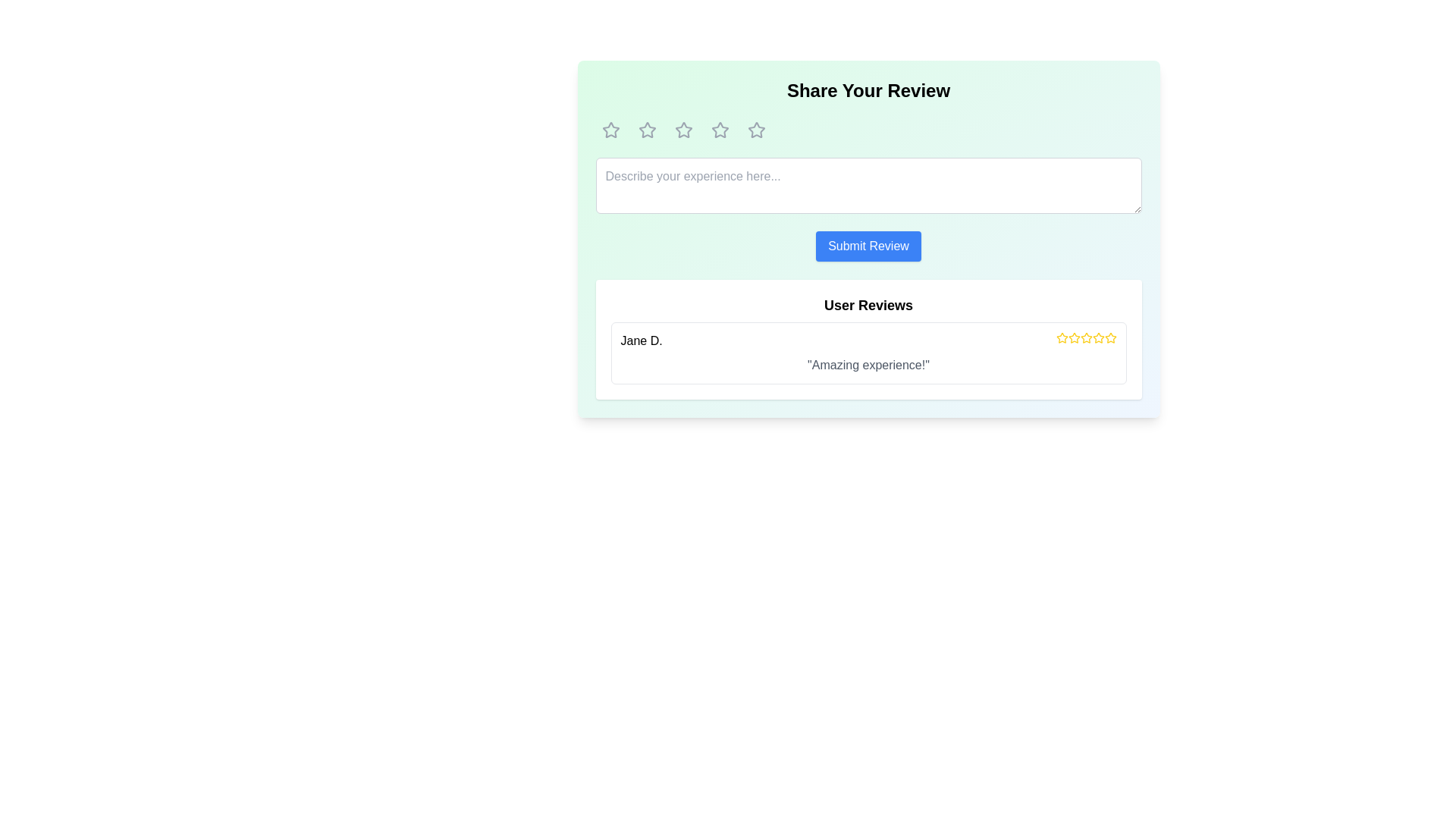  What do you see at coordinates (1085, 337) in the screenshot?
I see `the third yellow star-shaped icon in the User Reviews section to interact with the rating system` at bounding box center [1085, 337].